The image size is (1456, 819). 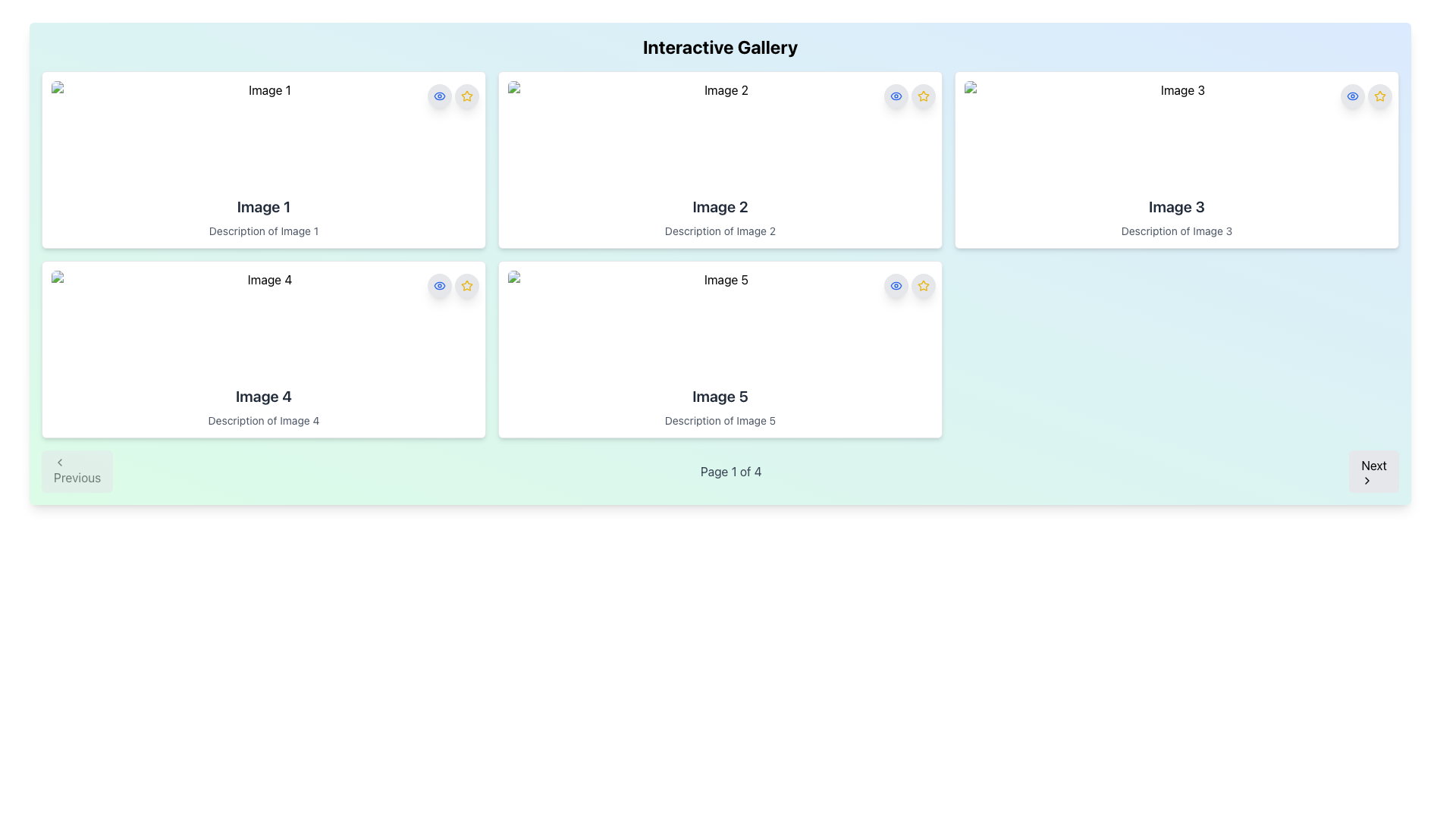 What do you see at coordinates (1353, 96) in the screenshot?
I see `the eye glyph button located in the upper-right corner of the 'Image 3' card` at bounding box center [1353, 96].